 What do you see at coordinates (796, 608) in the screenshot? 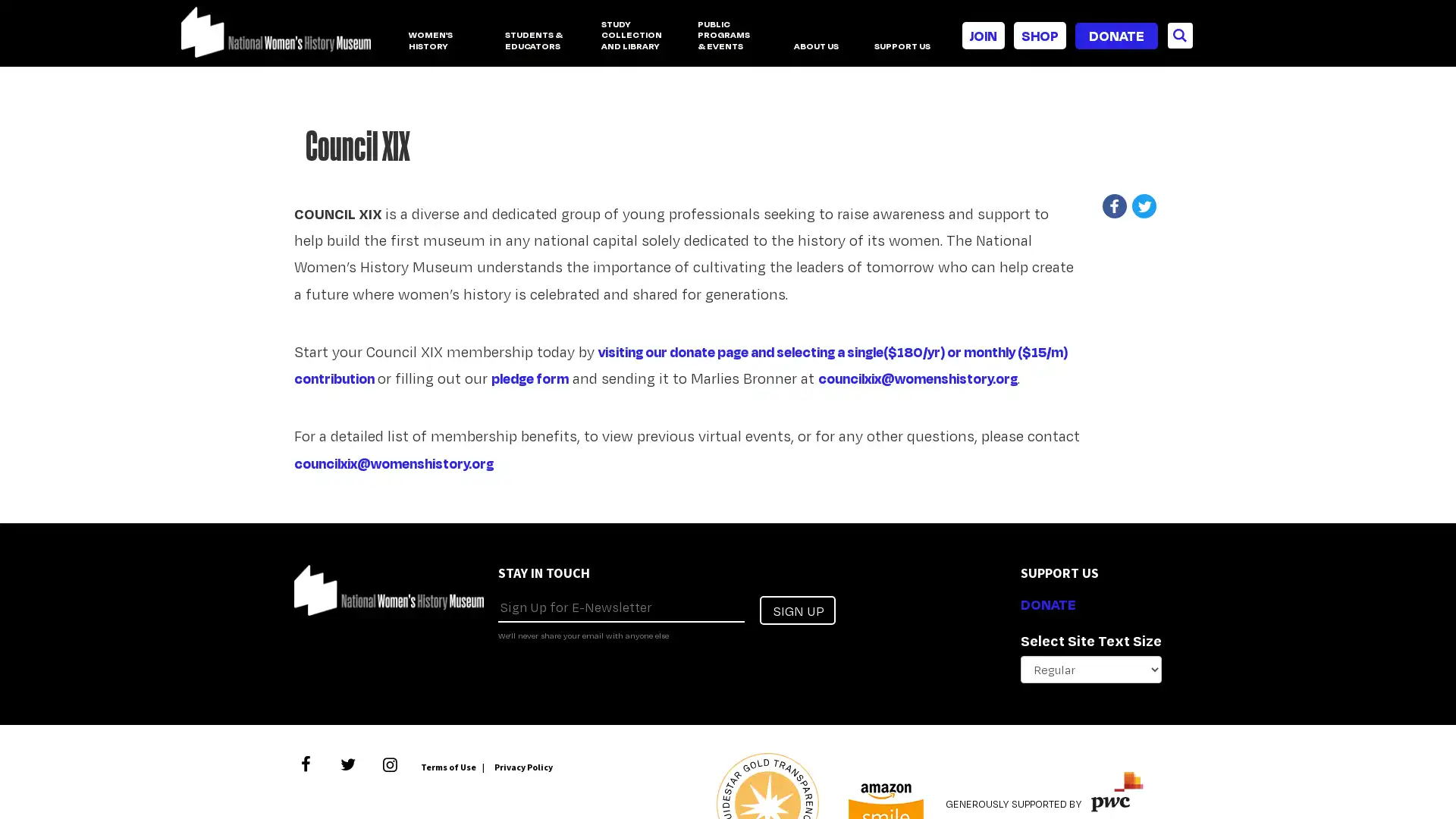
I see `SIGN UP` at bounding box center [796, 608].